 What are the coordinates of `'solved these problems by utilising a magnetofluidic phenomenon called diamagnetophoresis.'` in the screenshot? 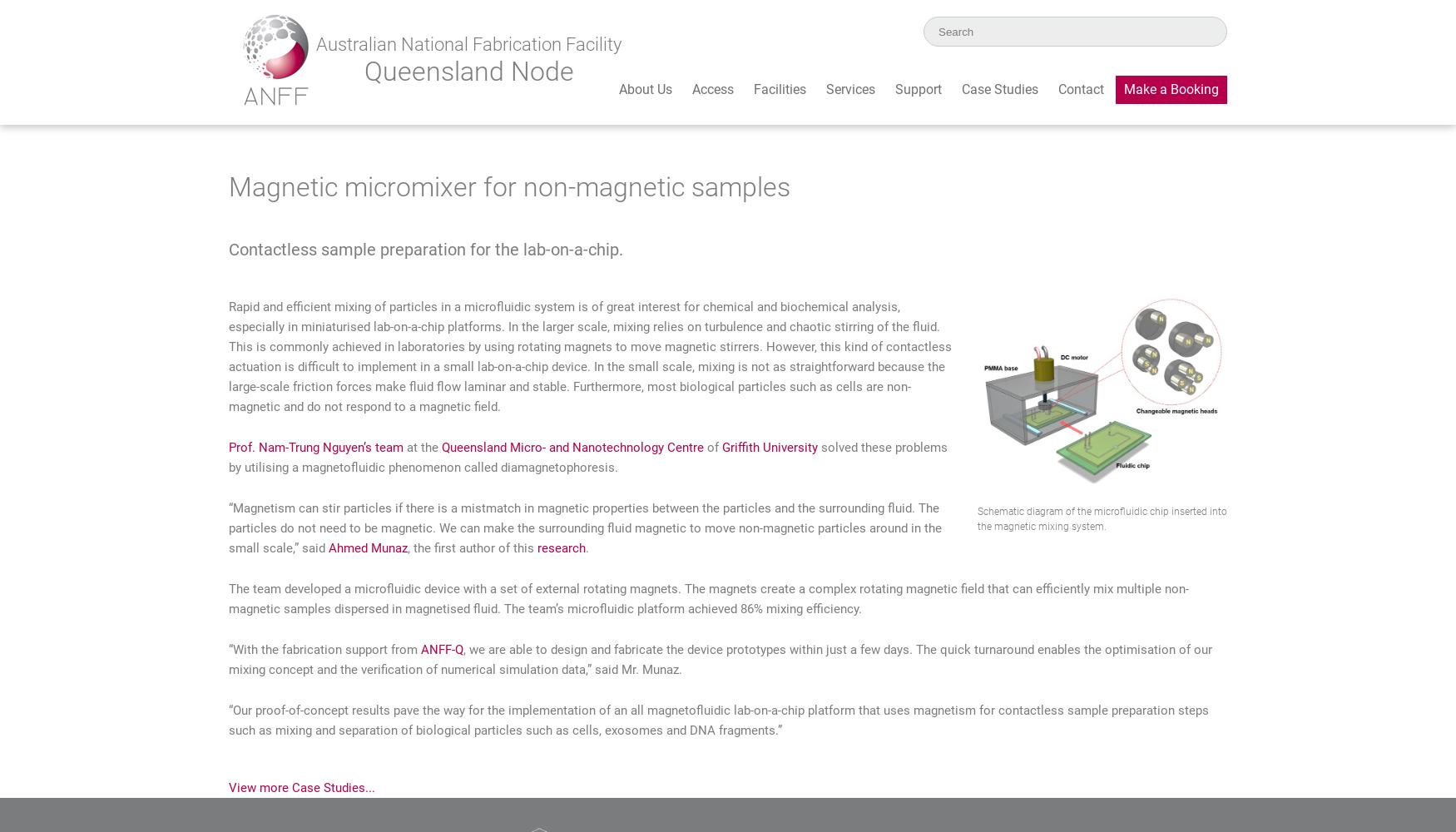 It's located at (588, 457).